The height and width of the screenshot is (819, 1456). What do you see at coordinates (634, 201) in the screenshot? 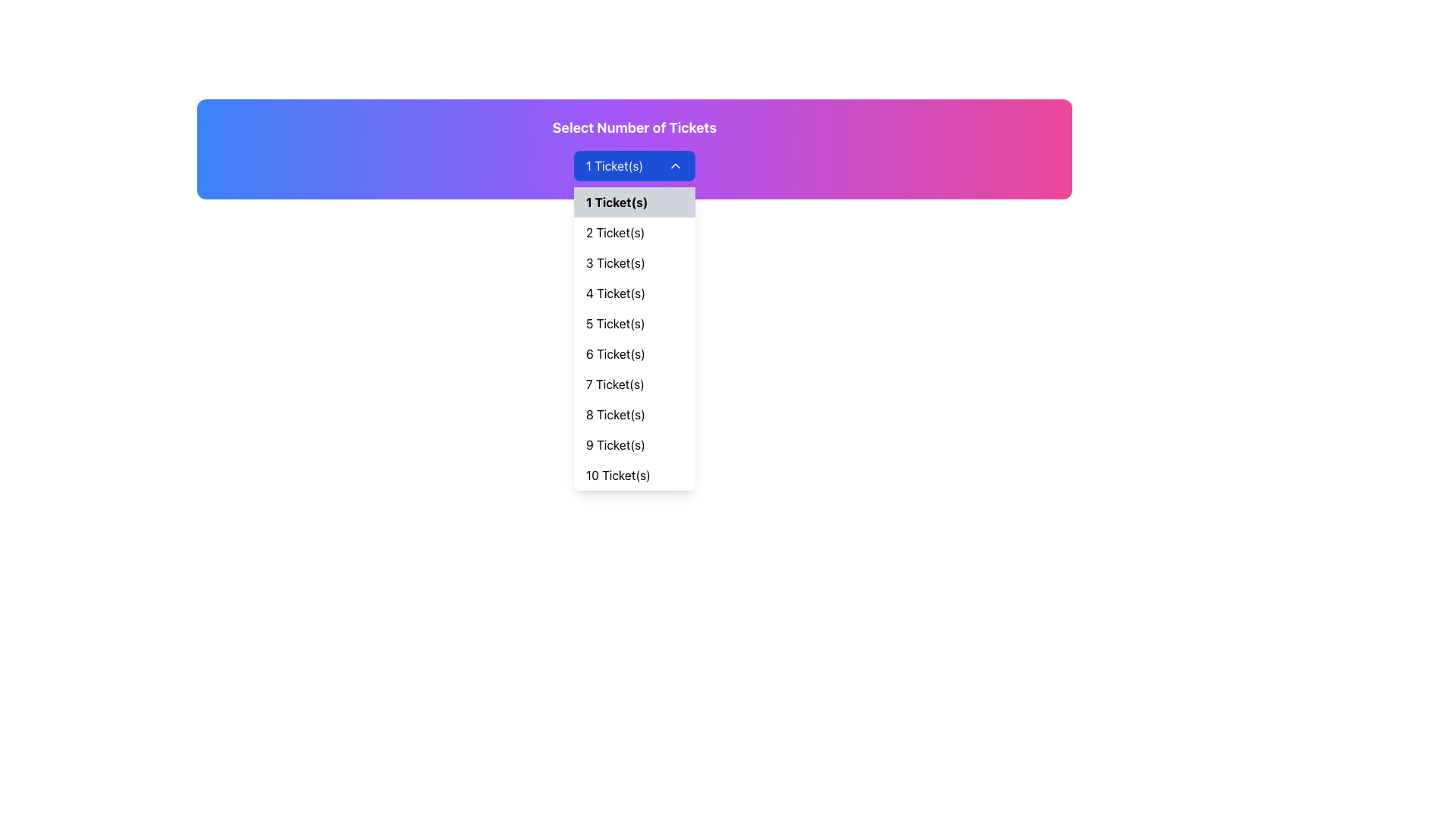
I see `the '1 Ticket(s)' option in the dropdown menu` at bounding box center [634, 201].